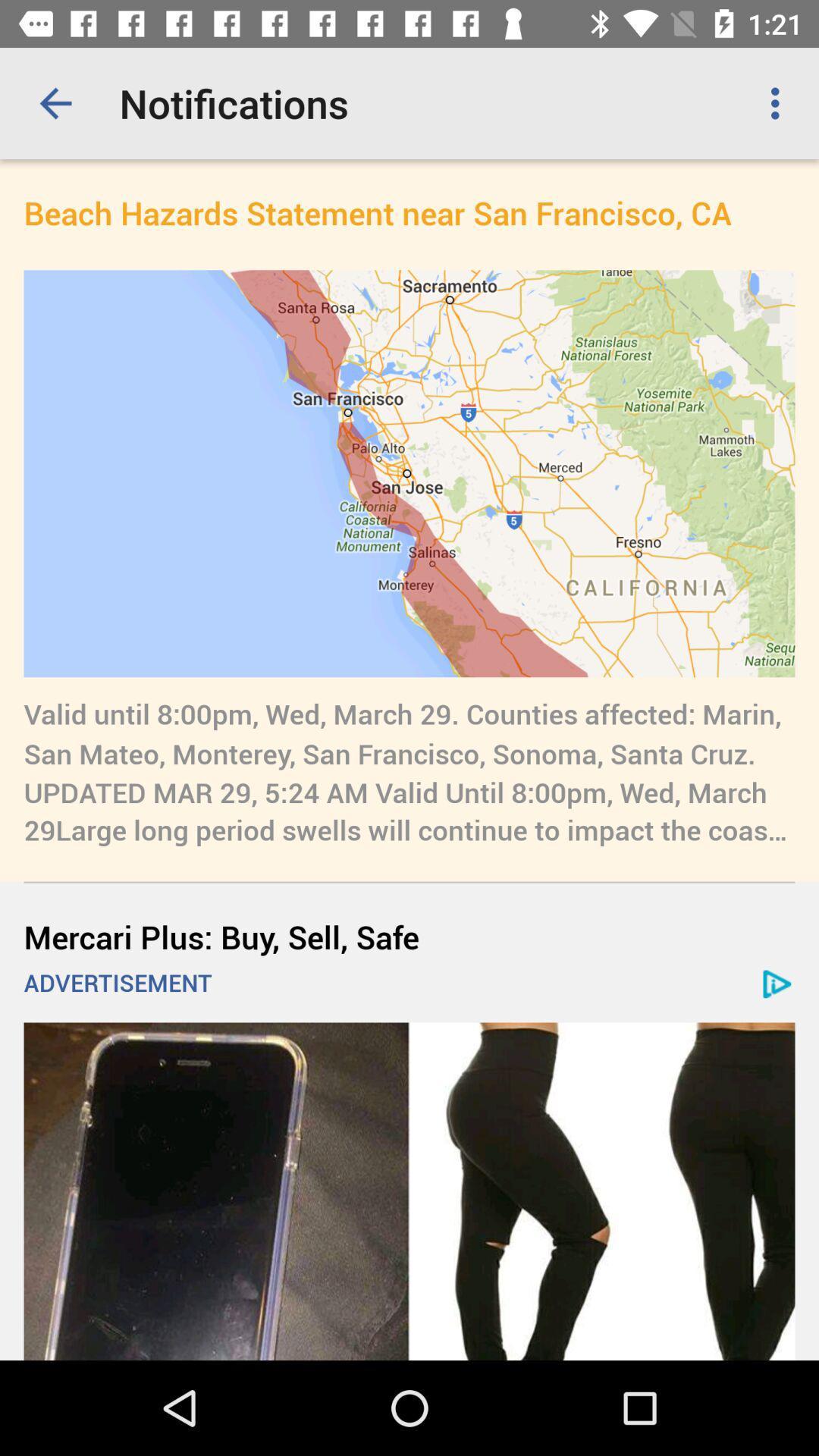 This screenshot has width=819, height=1456. I want to click on item above beach hazards statement item, so click(55, 102).